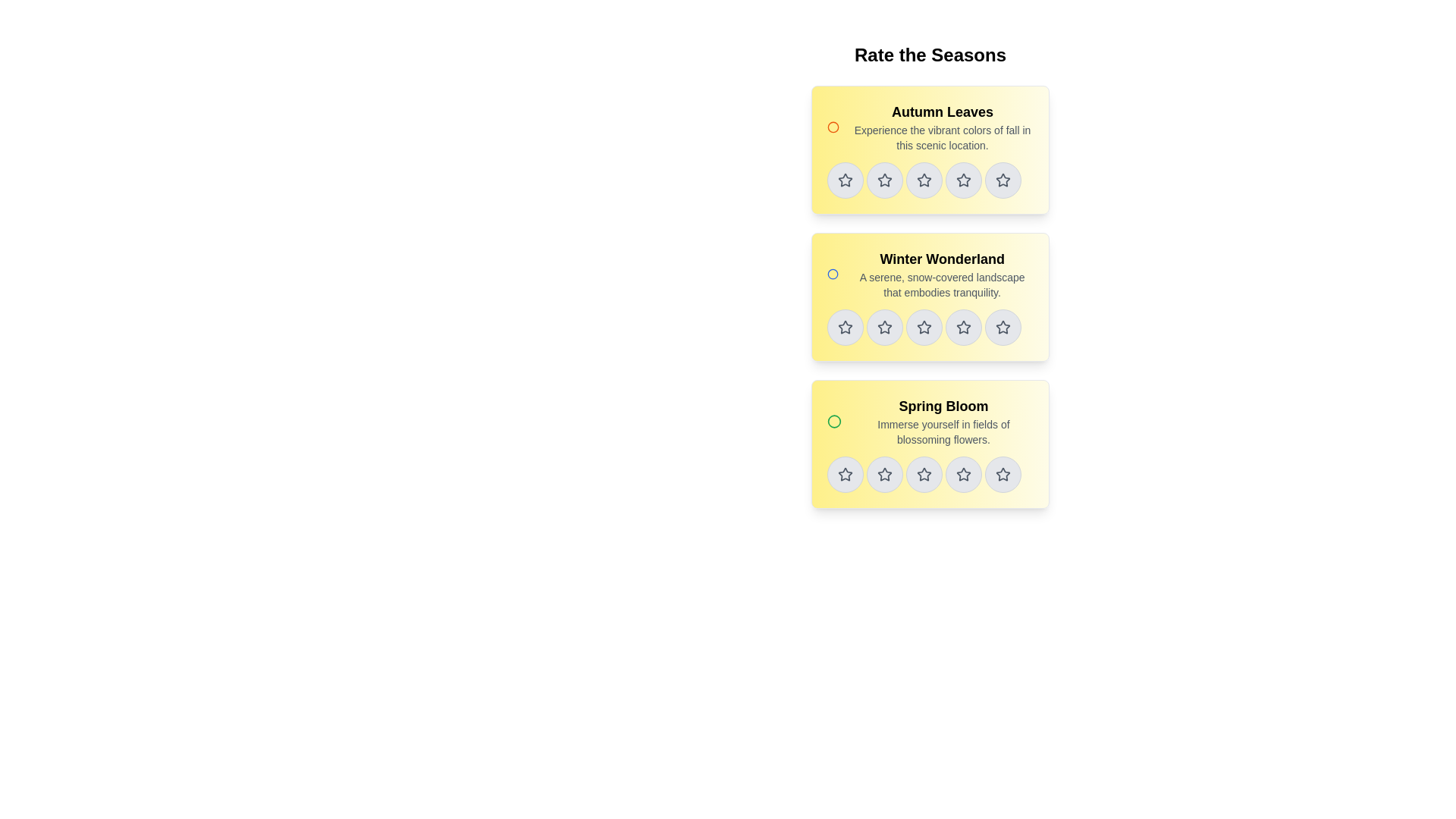  What do you see at coordinates (941, 284) in the screenshot?
I see `text from the Text Label that contains 'A serene, snow-covered landscape that embodies tranquility.' positioned beneath the title 'Winter Wonderland'` at bounding box center [941, 284].